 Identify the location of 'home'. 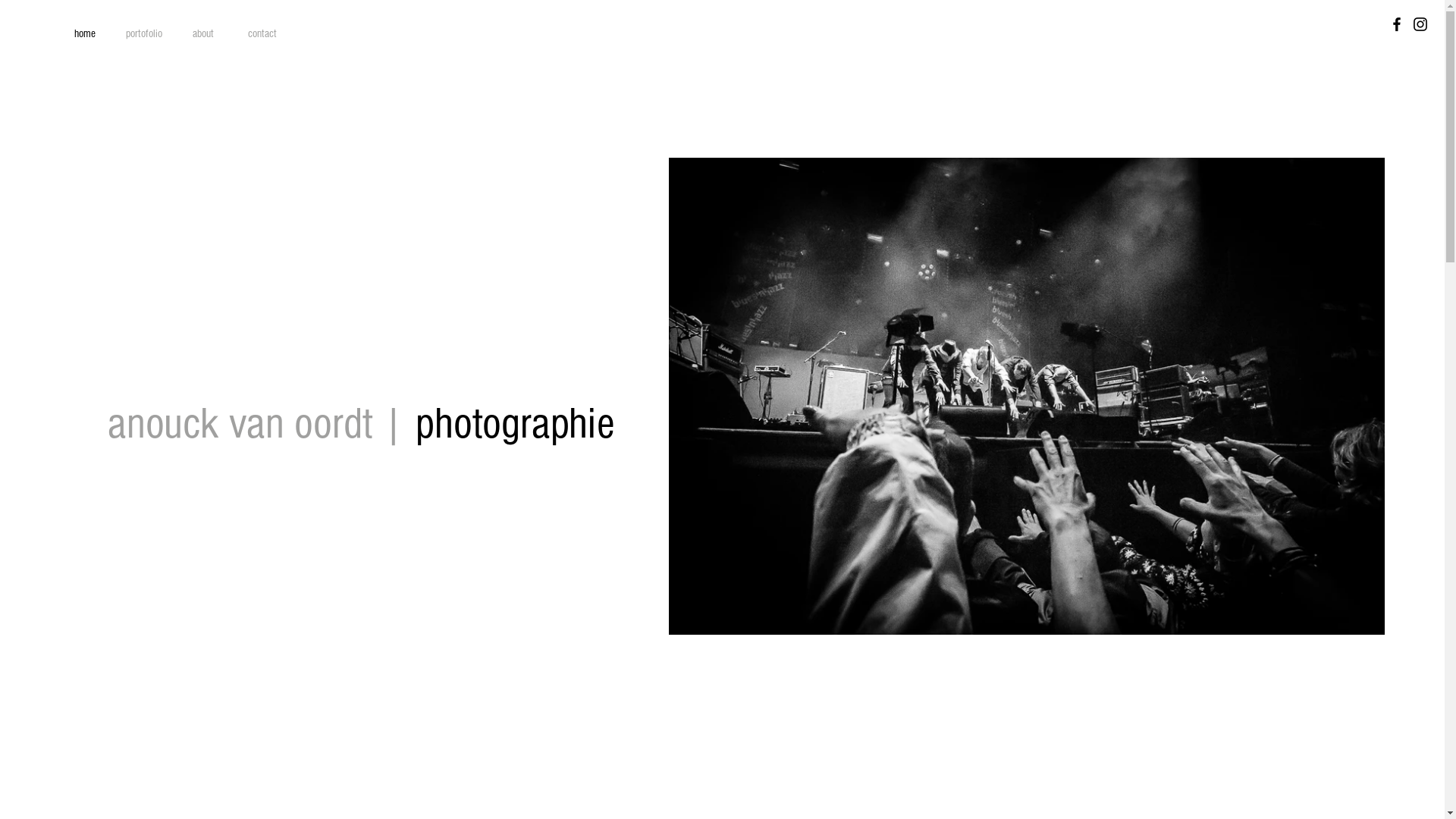
(83, 34).